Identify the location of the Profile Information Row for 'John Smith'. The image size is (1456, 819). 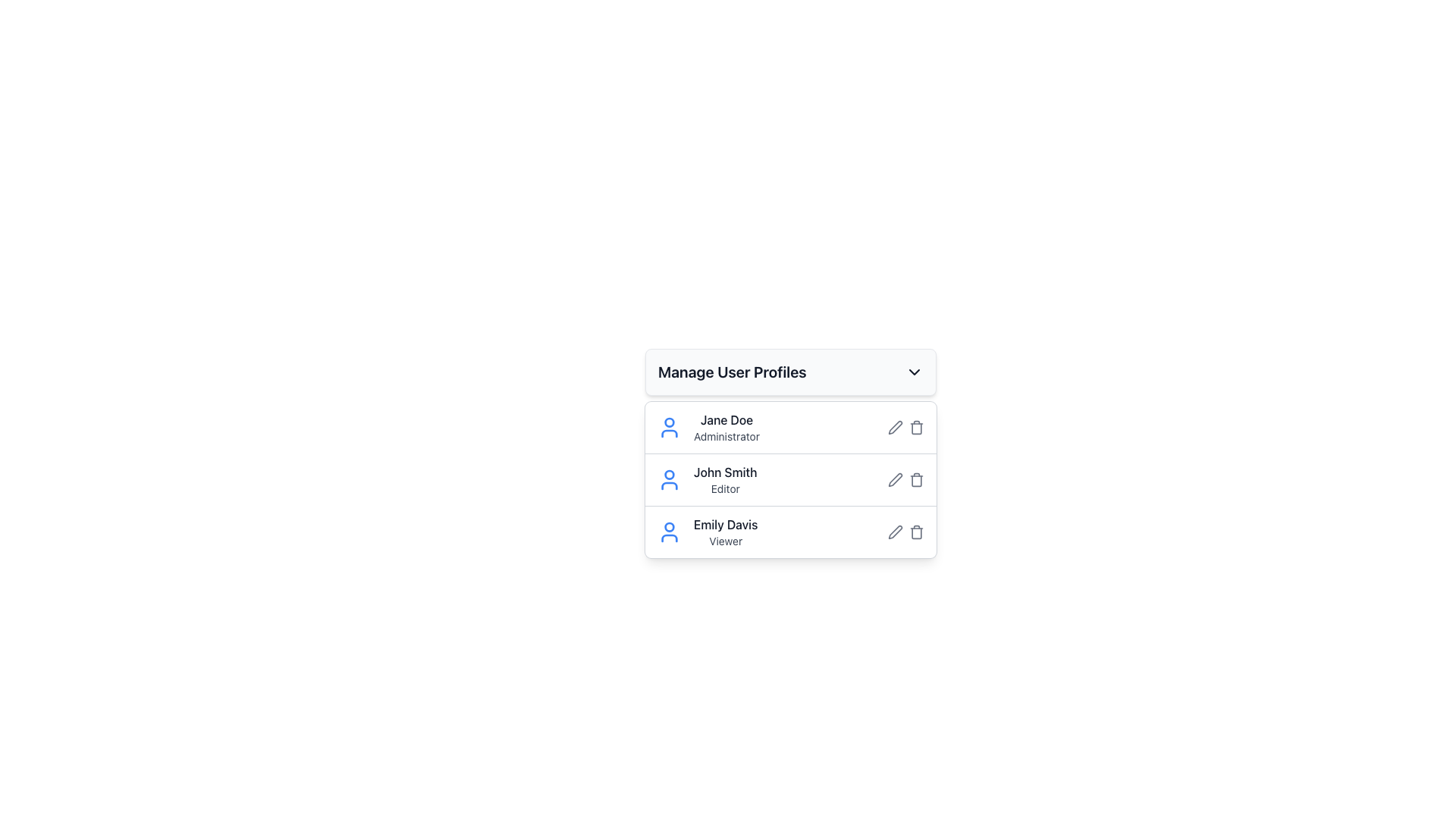
(706, 479).